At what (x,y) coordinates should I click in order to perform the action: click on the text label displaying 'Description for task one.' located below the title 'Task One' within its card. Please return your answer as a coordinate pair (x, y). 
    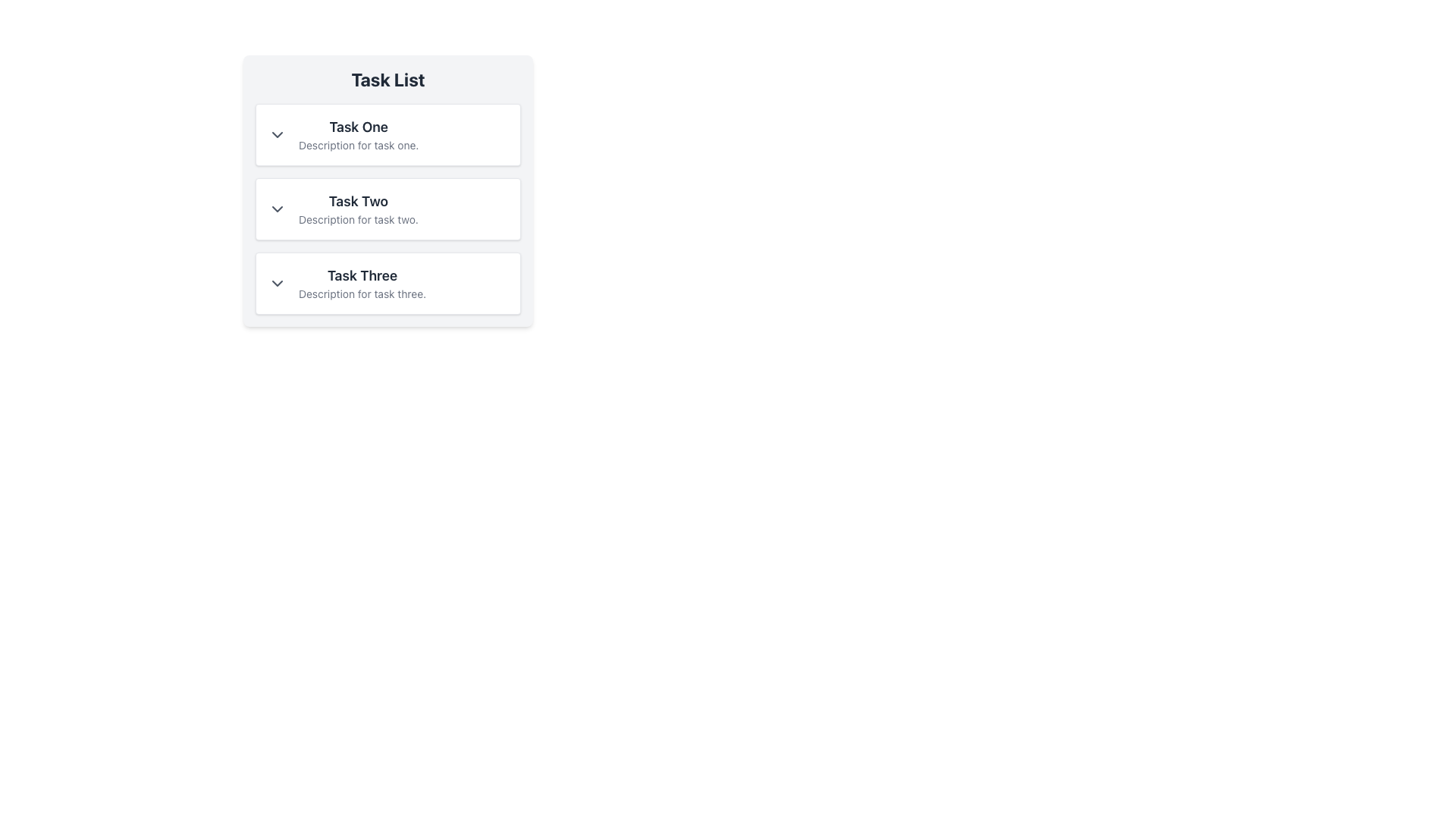
    Looking at the image, I should click on (358, 146).